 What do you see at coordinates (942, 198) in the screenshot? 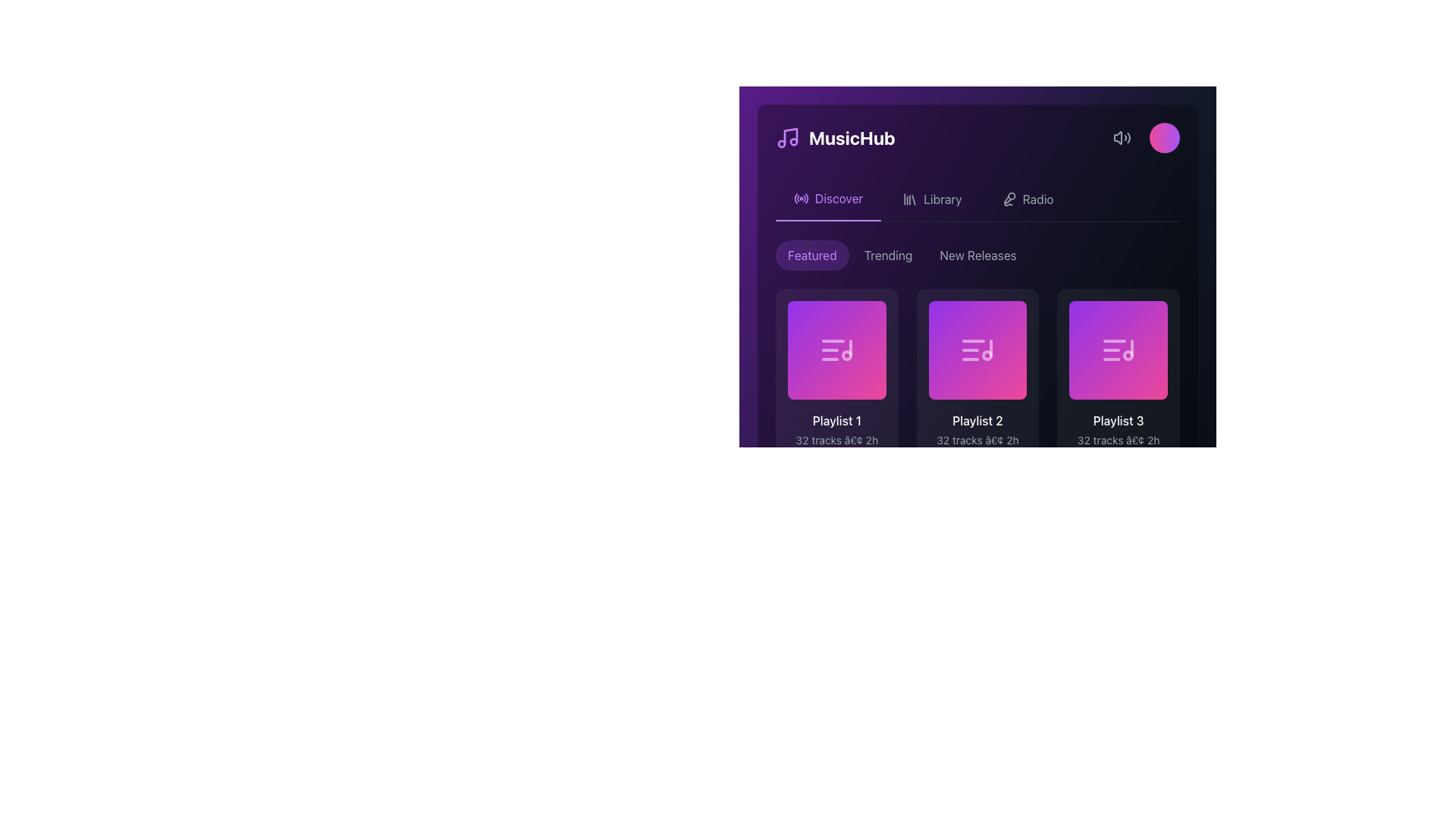
I see `on the 'Library' text label link located in the navigation menu, which is styled in gray and positioned between 'Discover' and 'Radio'` at bounding box center [942, 198].